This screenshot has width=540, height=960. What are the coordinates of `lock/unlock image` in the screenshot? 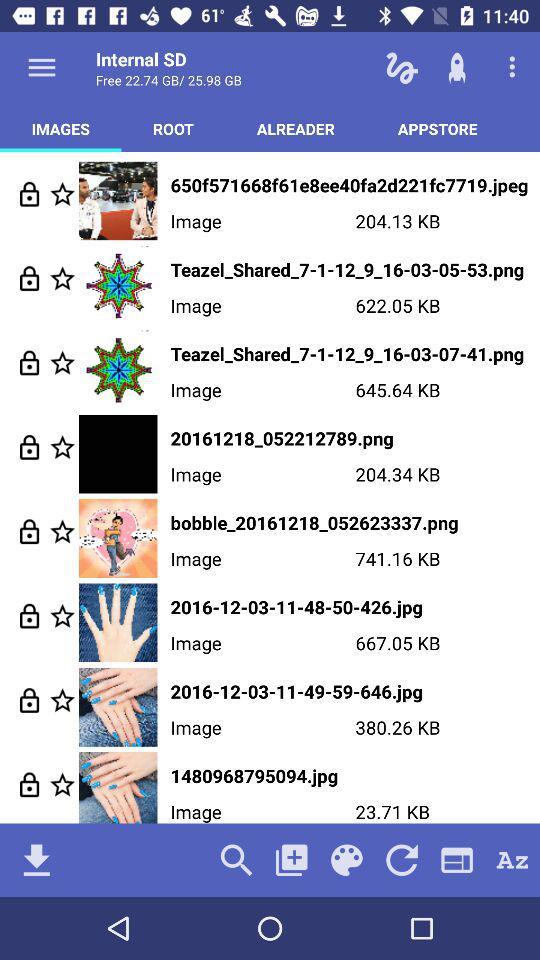 It's located at (28, 277).